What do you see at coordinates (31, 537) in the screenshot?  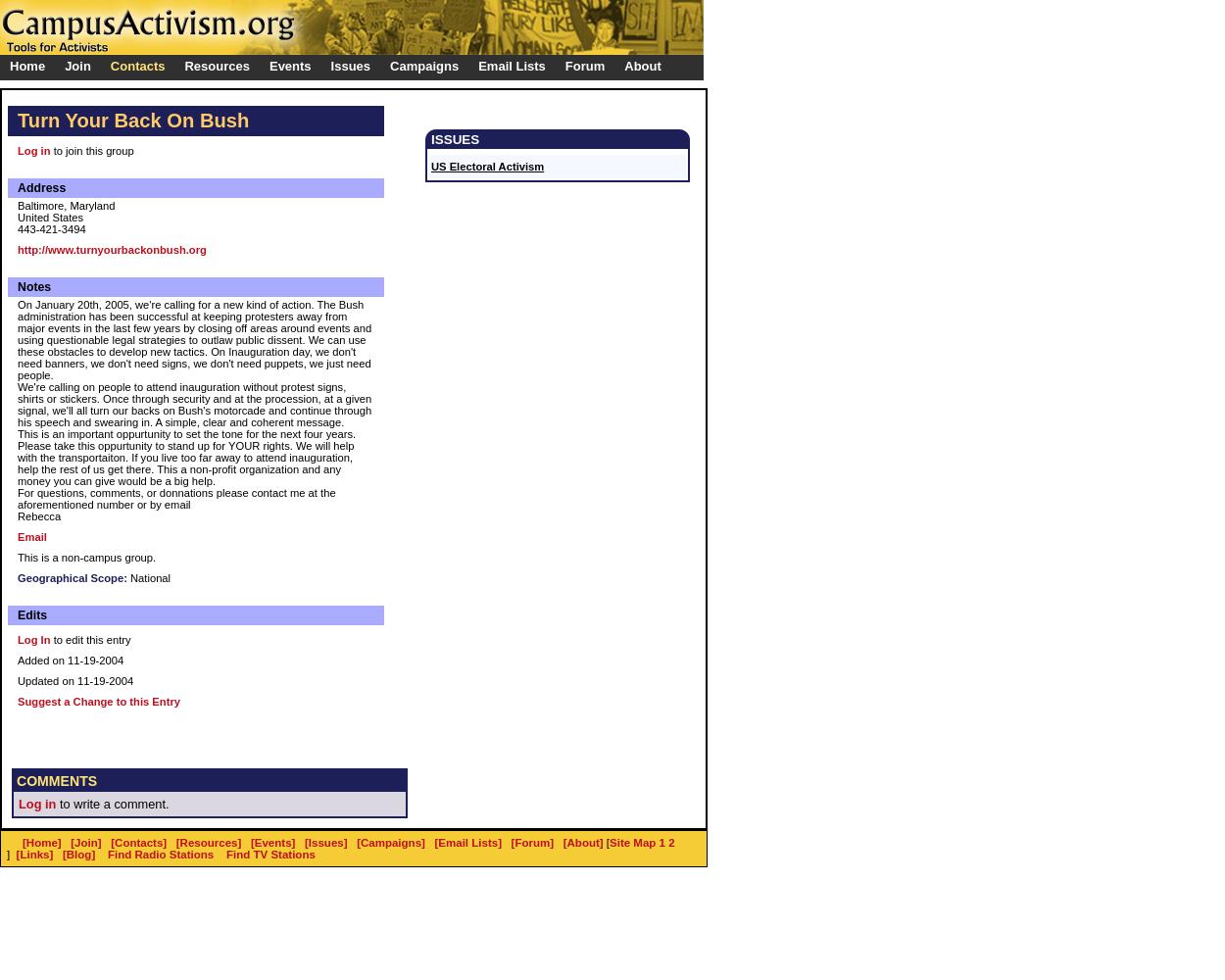 I see `'Email'` at bounding box center [31, 537].